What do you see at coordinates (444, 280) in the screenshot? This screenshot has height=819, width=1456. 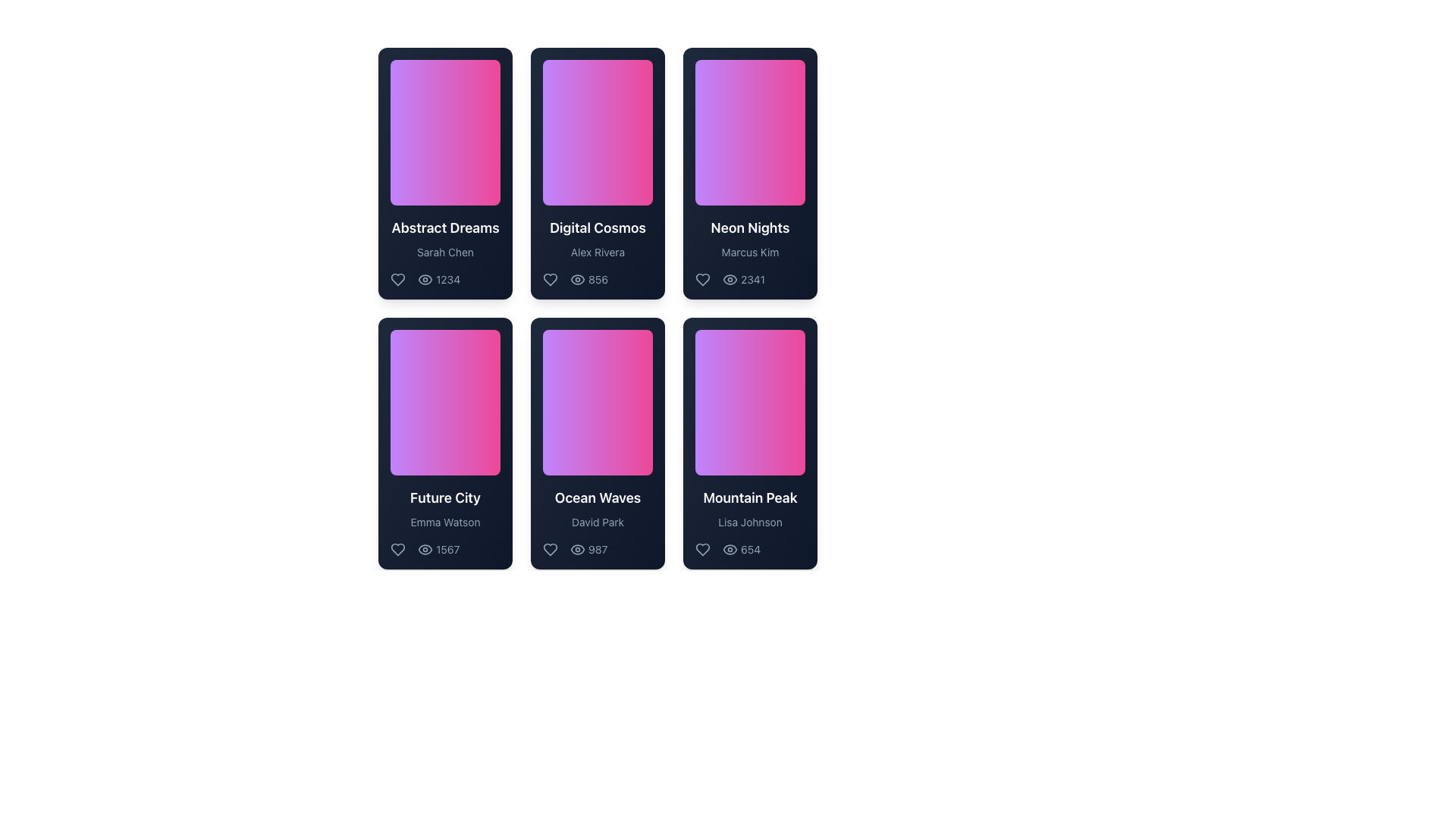 I see `the text label displaying the number of views associated with the card 'Abstract Dreams' by Sarah Chen, located in the bottom-right area of the card, to the right of the eye icon` at bounding box center [444, 280].